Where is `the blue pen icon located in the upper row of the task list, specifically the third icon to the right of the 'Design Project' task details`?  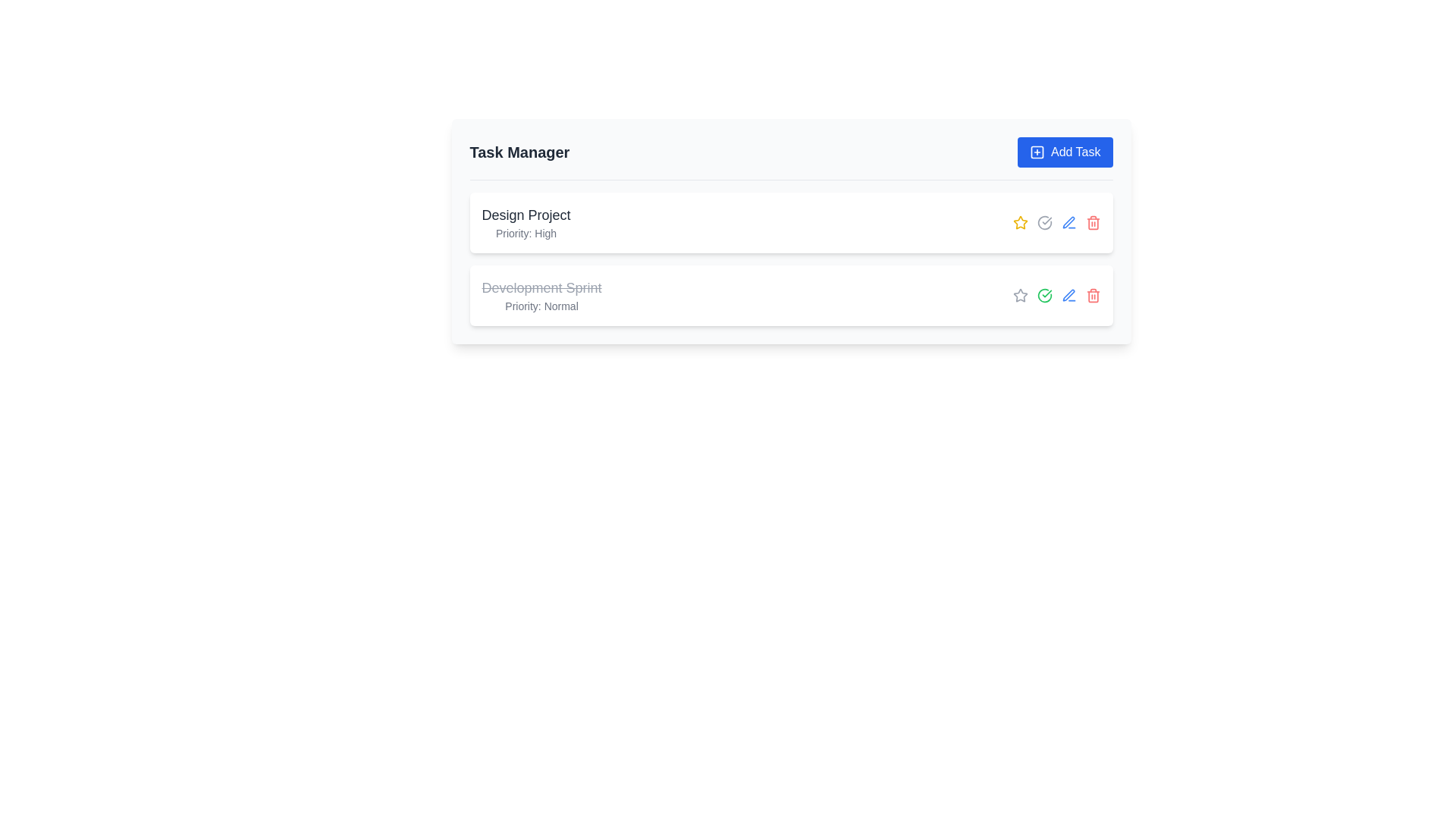
the blue pen icon located in the upper row of the task list, specifically the third icon to the right of the 'Design Project' task details is located at coordinates (1068, 222).